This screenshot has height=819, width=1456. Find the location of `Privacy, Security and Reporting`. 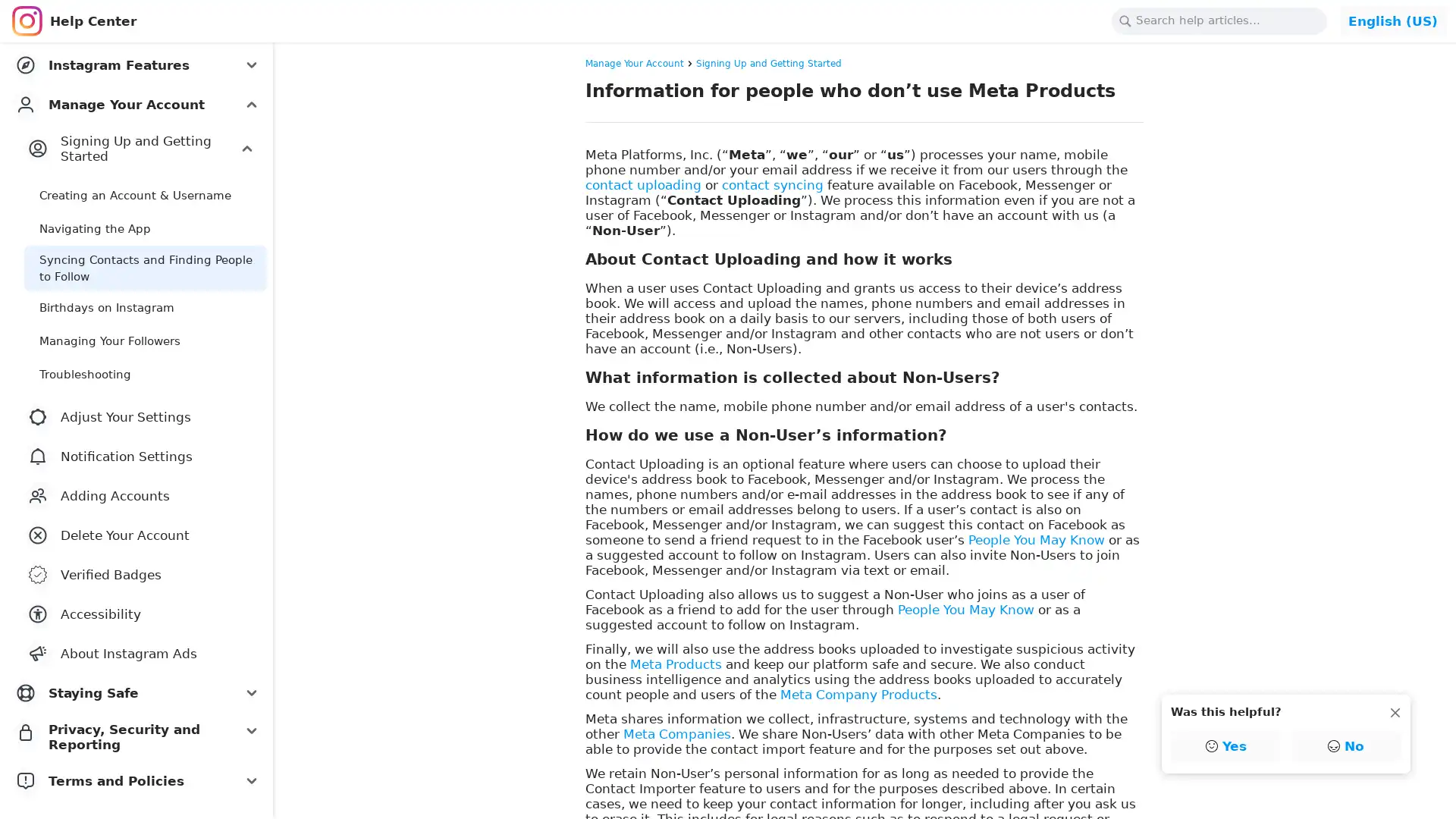

Privacy, Security and Reporting is located at coordinates (136, 736).